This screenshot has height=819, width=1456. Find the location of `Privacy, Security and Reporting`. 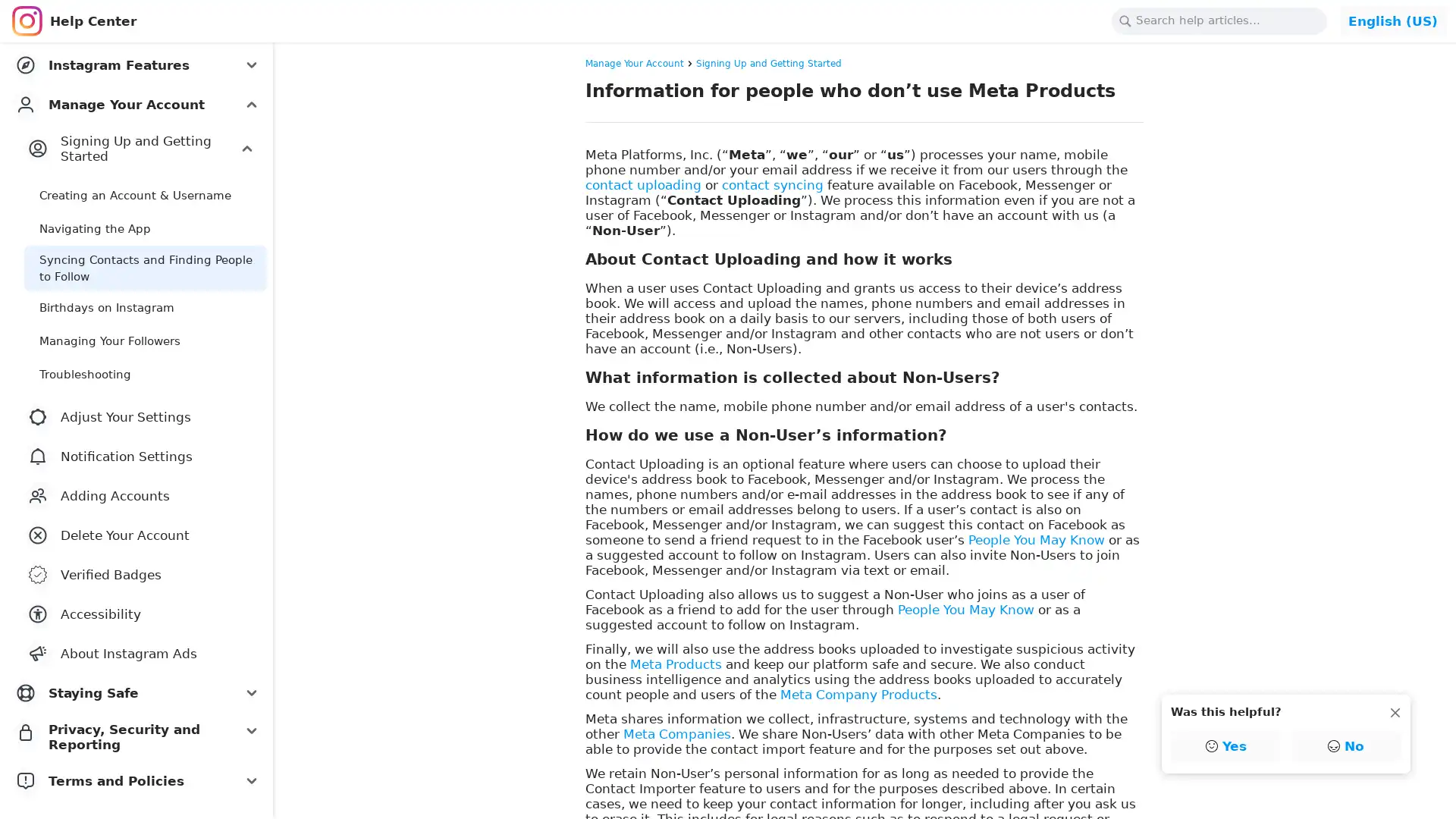

Privacy, Security and Reporting is located at coordinates (136, 736).